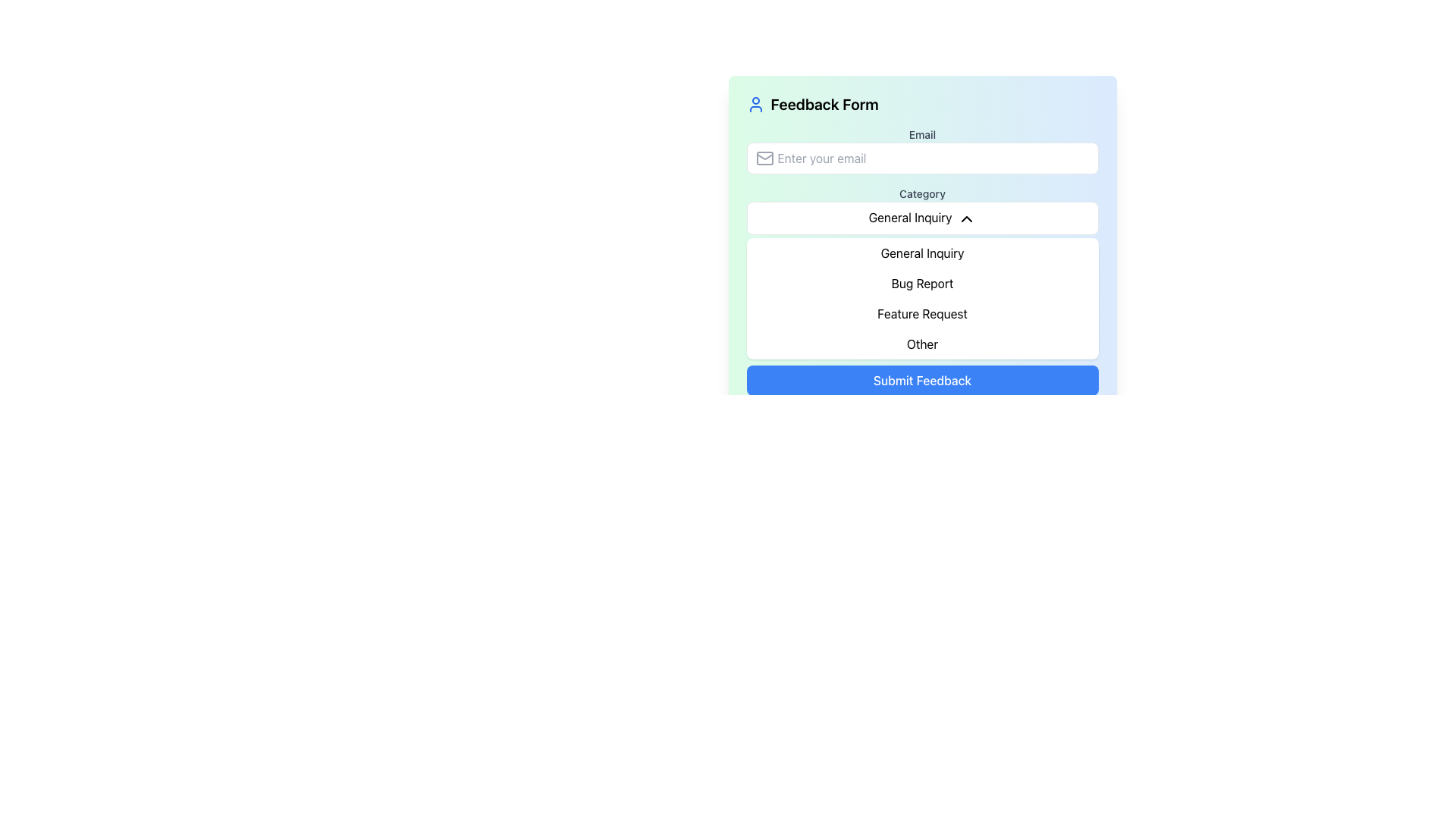  I want to click on the first option 'General Inquiry' in the dropdown menu below the 'Category' label, so click(921, 252).